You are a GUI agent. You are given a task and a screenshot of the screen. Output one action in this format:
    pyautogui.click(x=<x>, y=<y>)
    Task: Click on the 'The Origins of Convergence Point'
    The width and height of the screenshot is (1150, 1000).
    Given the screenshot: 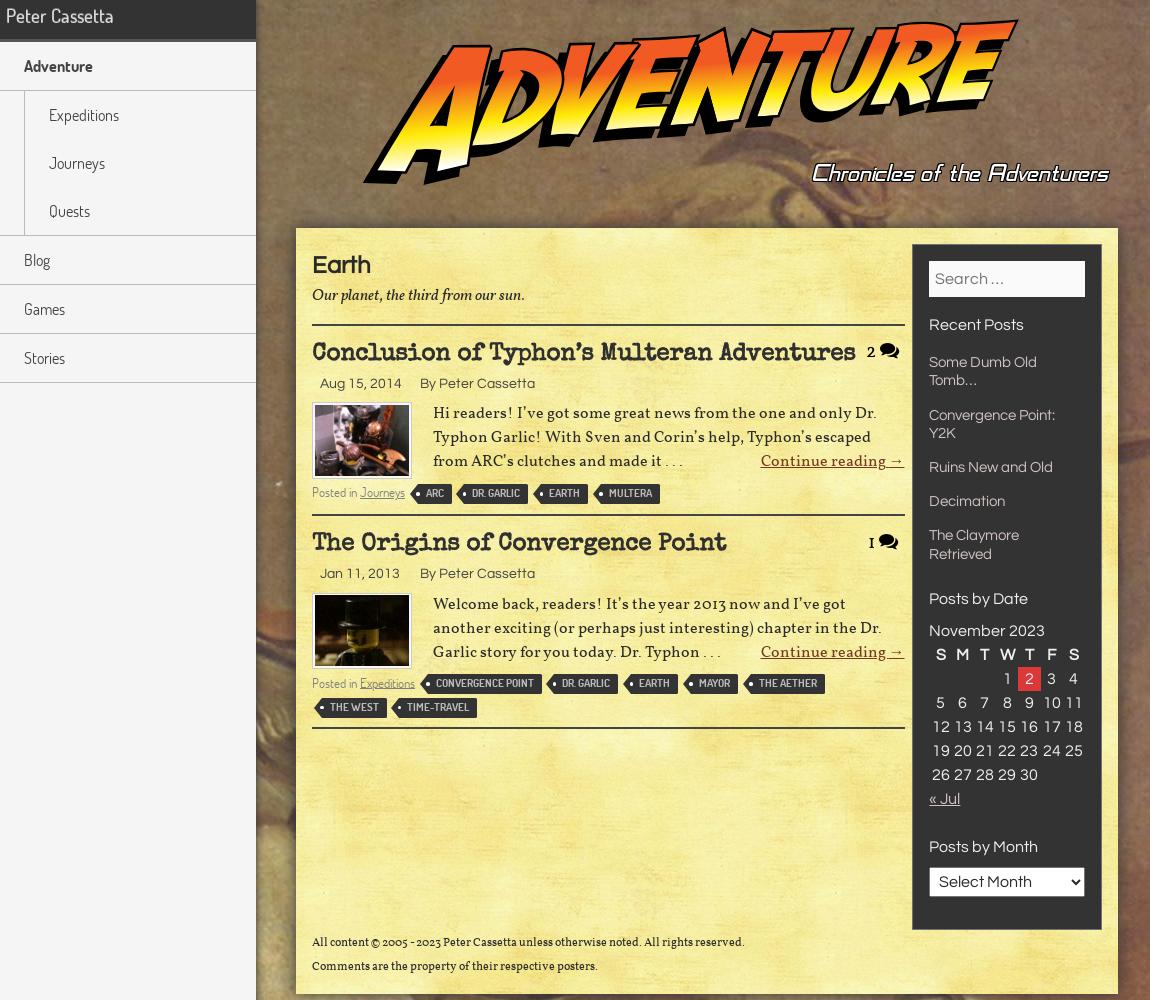 What is the action you would take?
    pyautogui.click(x=518, y=545)
    